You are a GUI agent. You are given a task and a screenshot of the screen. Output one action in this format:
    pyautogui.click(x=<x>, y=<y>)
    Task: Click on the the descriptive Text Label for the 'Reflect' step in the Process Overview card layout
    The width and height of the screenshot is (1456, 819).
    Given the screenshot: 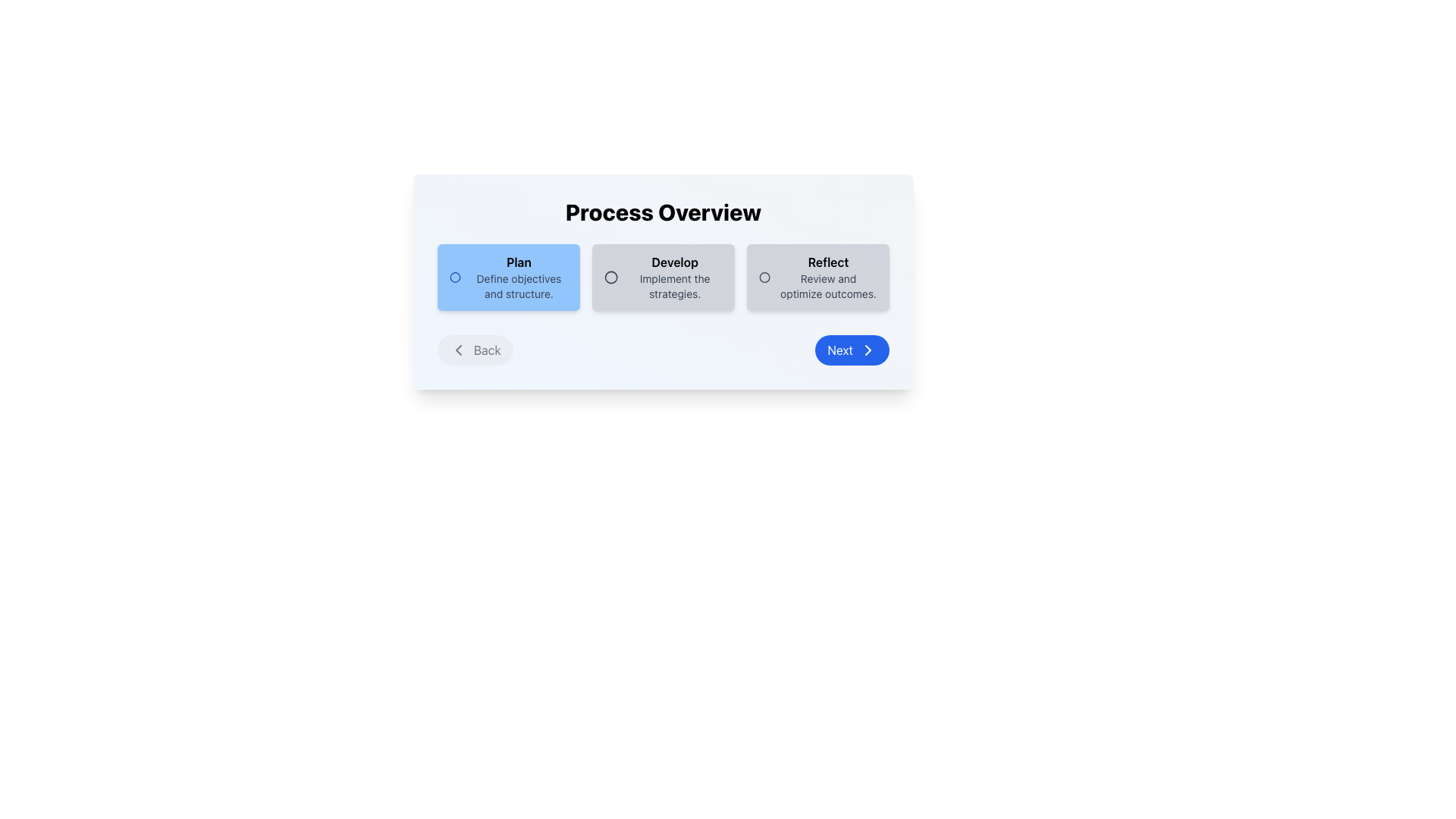 What is the action you would take?
    pyautogui.click(x=827, y=287)
    